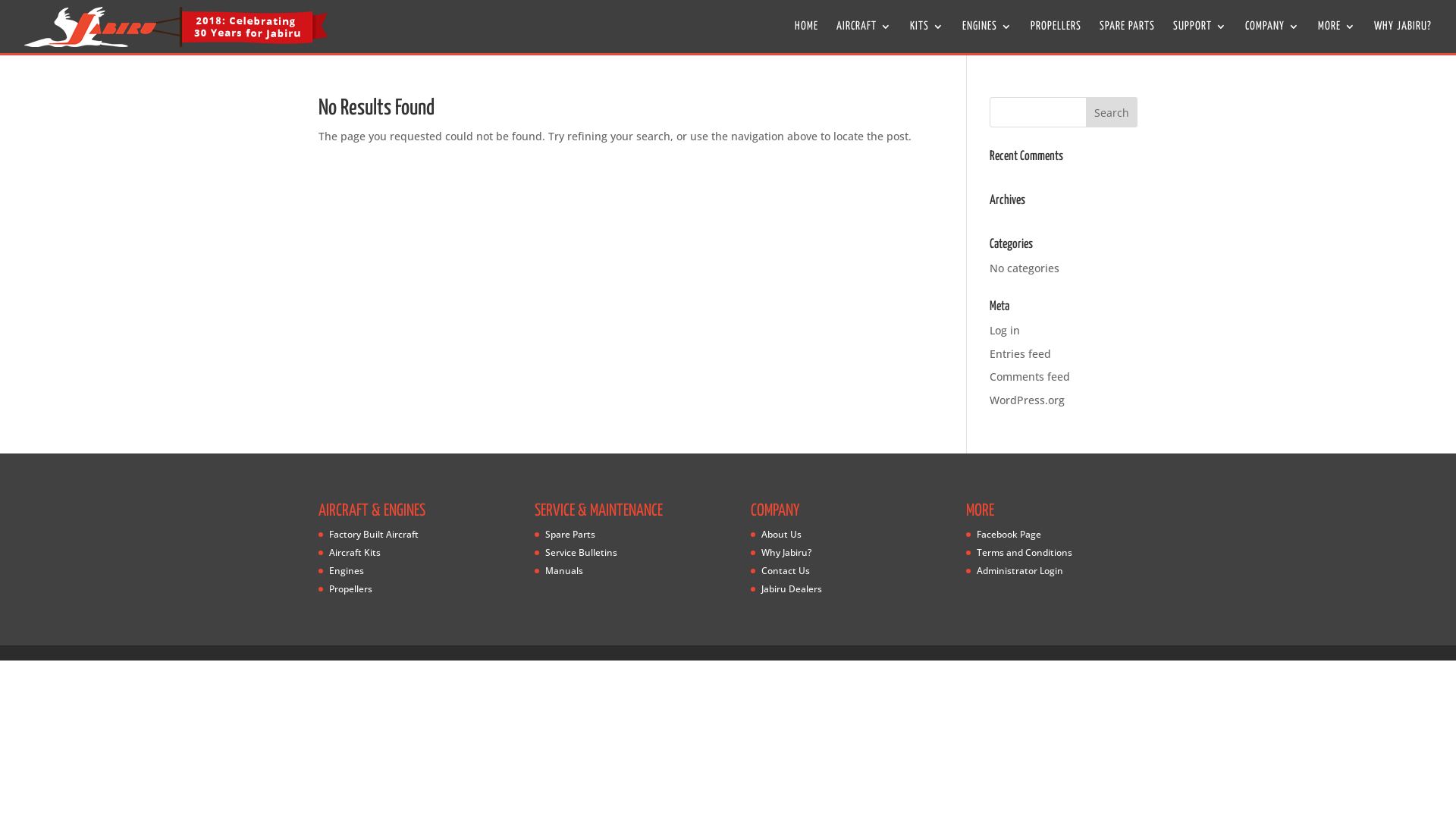 This screenshot has width=1456, height=819. Describe the element at coordinates (354, 552) in the screenshot. I see `'Aircraft Kits'` at that location.